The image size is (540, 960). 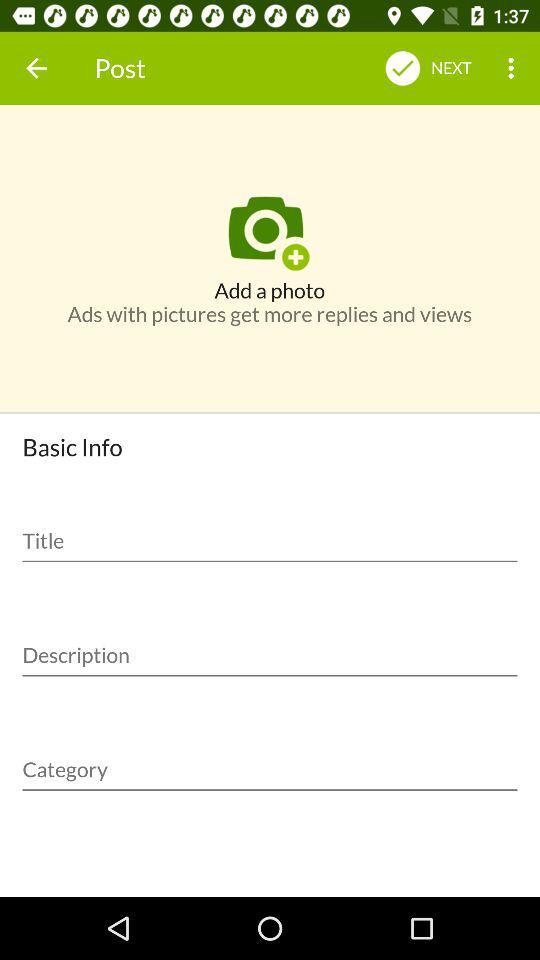 What do you see at coordinates (36, 68) in the screenshot?
I see `the icon to the left of the post item` at bounding box center [36, 68].